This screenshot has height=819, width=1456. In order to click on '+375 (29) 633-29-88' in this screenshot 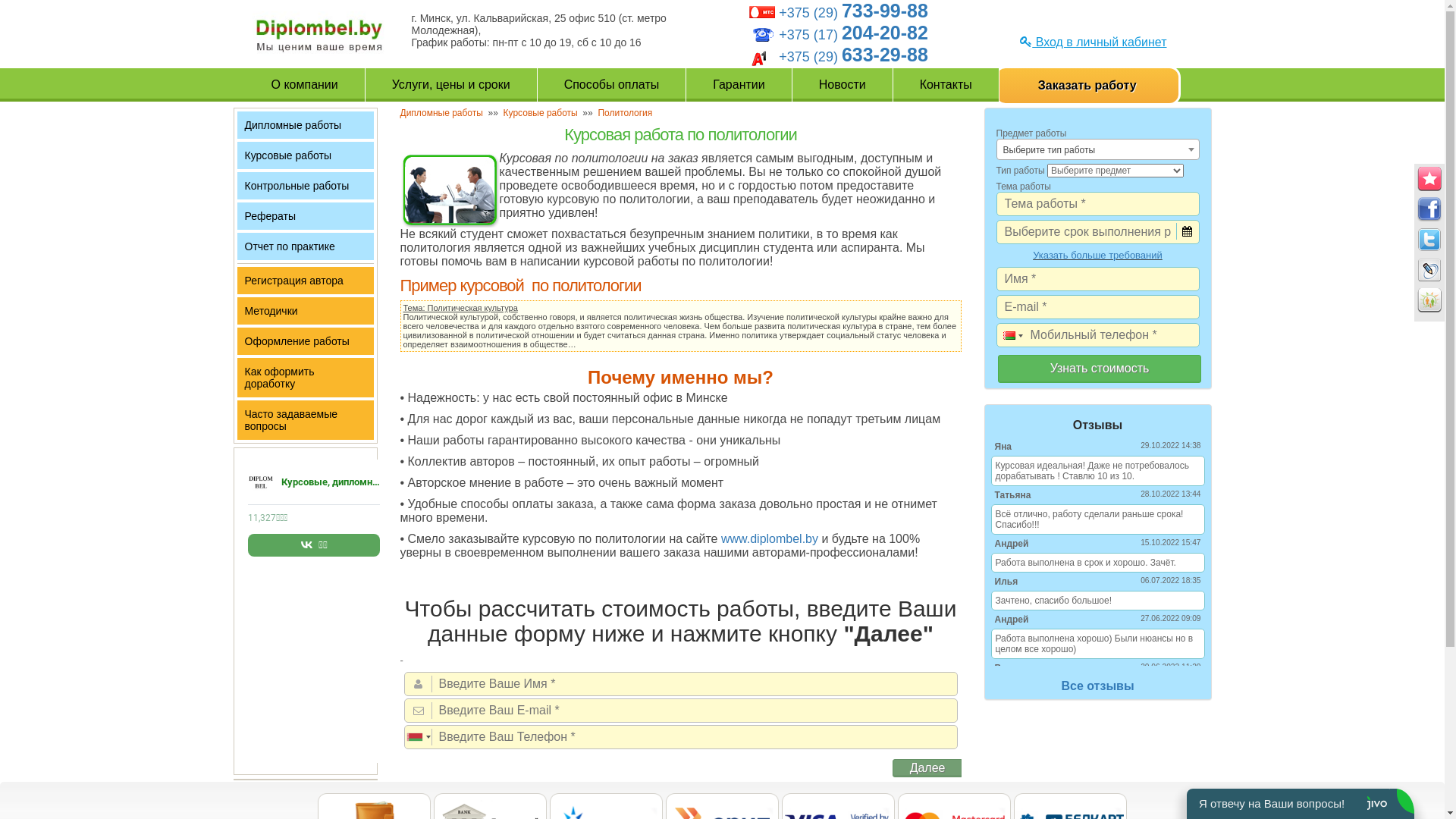, I will do `click(853, 55)`.